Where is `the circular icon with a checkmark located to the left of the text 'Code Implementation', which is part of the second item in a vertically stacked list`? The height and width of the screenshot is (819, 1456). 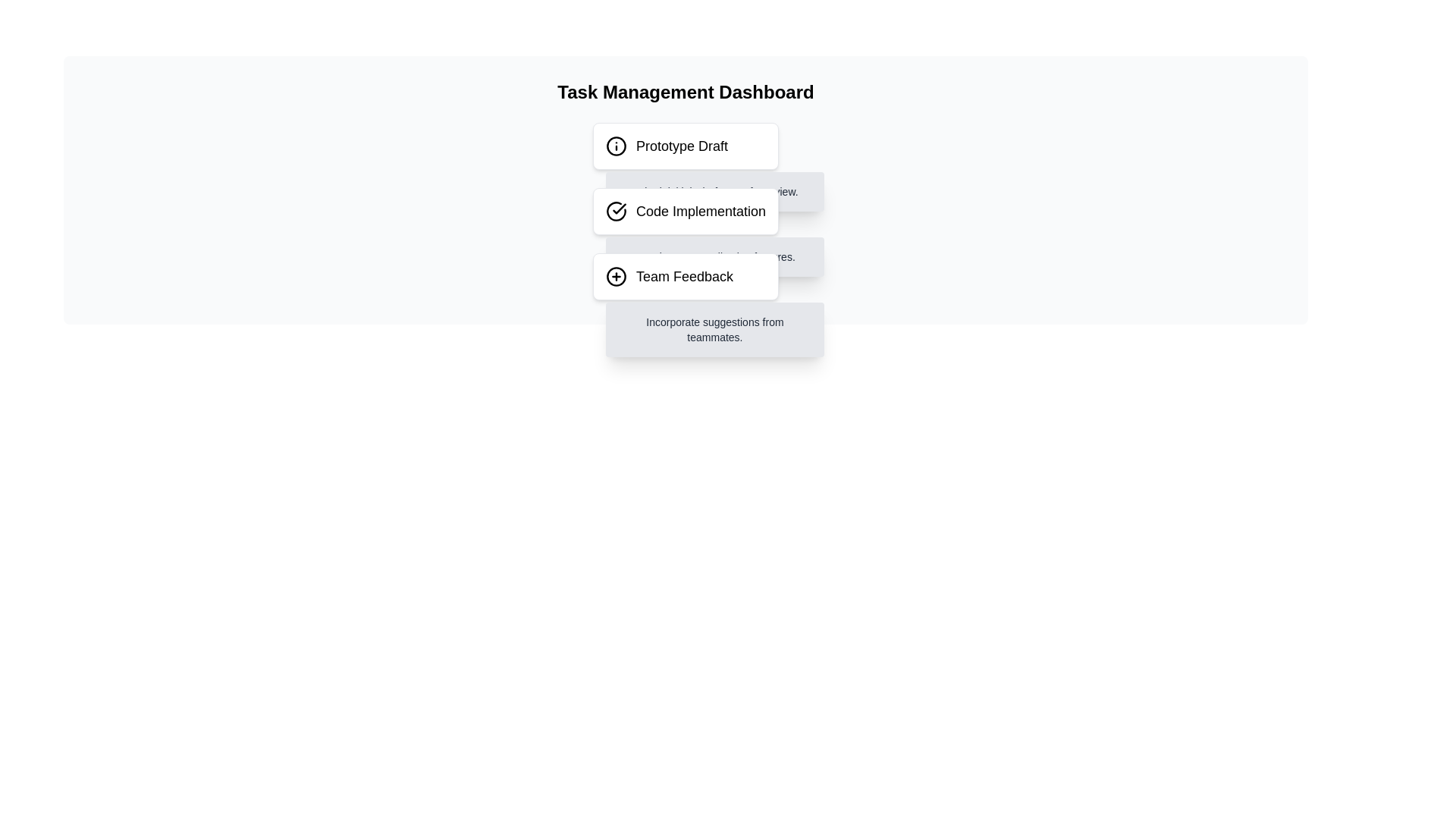 the circular icon with a checkmark located to the left of the text 'Code Implementation', which is part of the second item in a vertically stacked list is located at coordinates (616, 211).